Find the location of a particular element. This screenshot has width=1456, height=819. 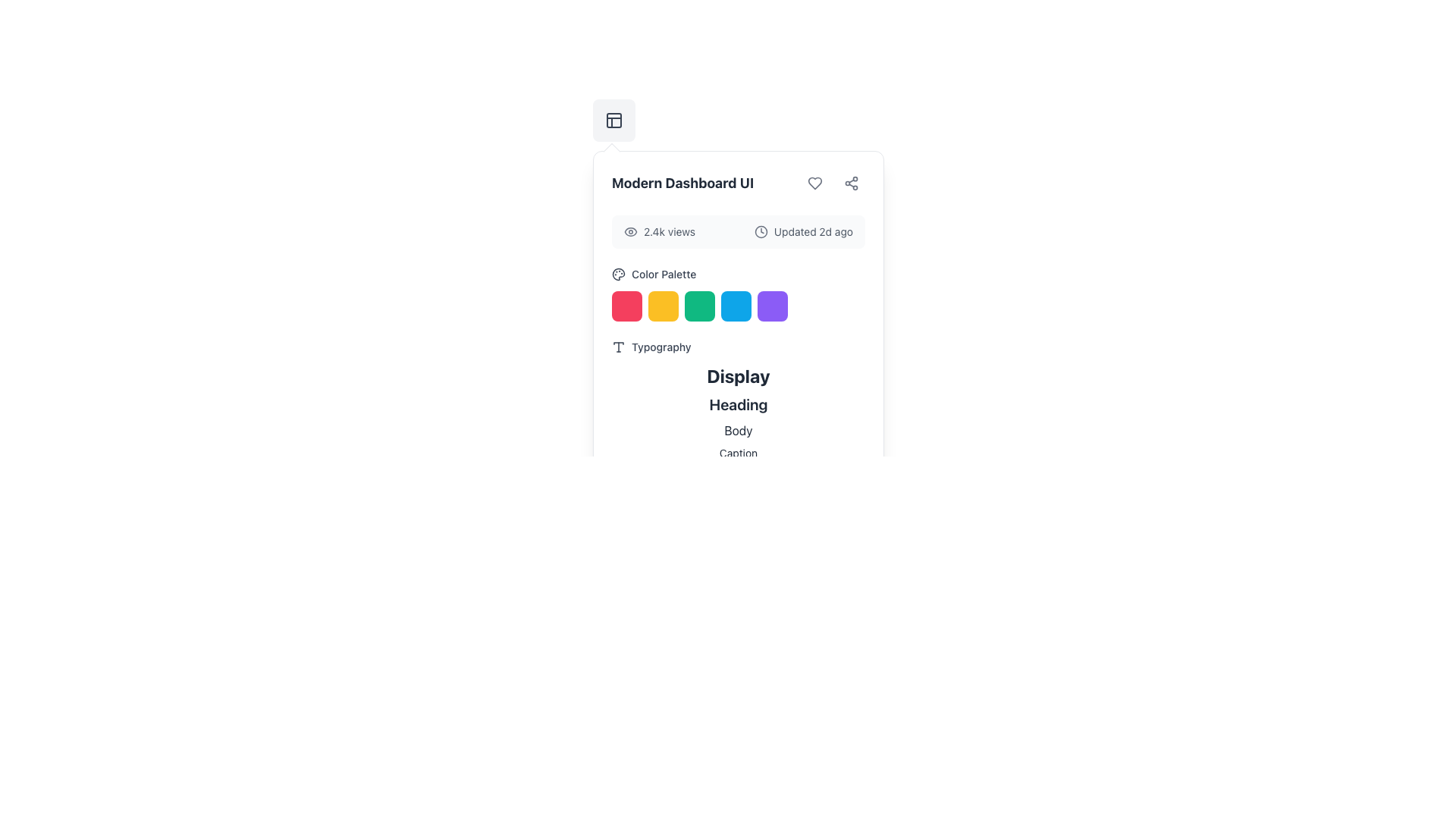

circular SVG shape element of the clock icon located in the top-right section of the card layout using developer tools is located at coordinates (761, 231).